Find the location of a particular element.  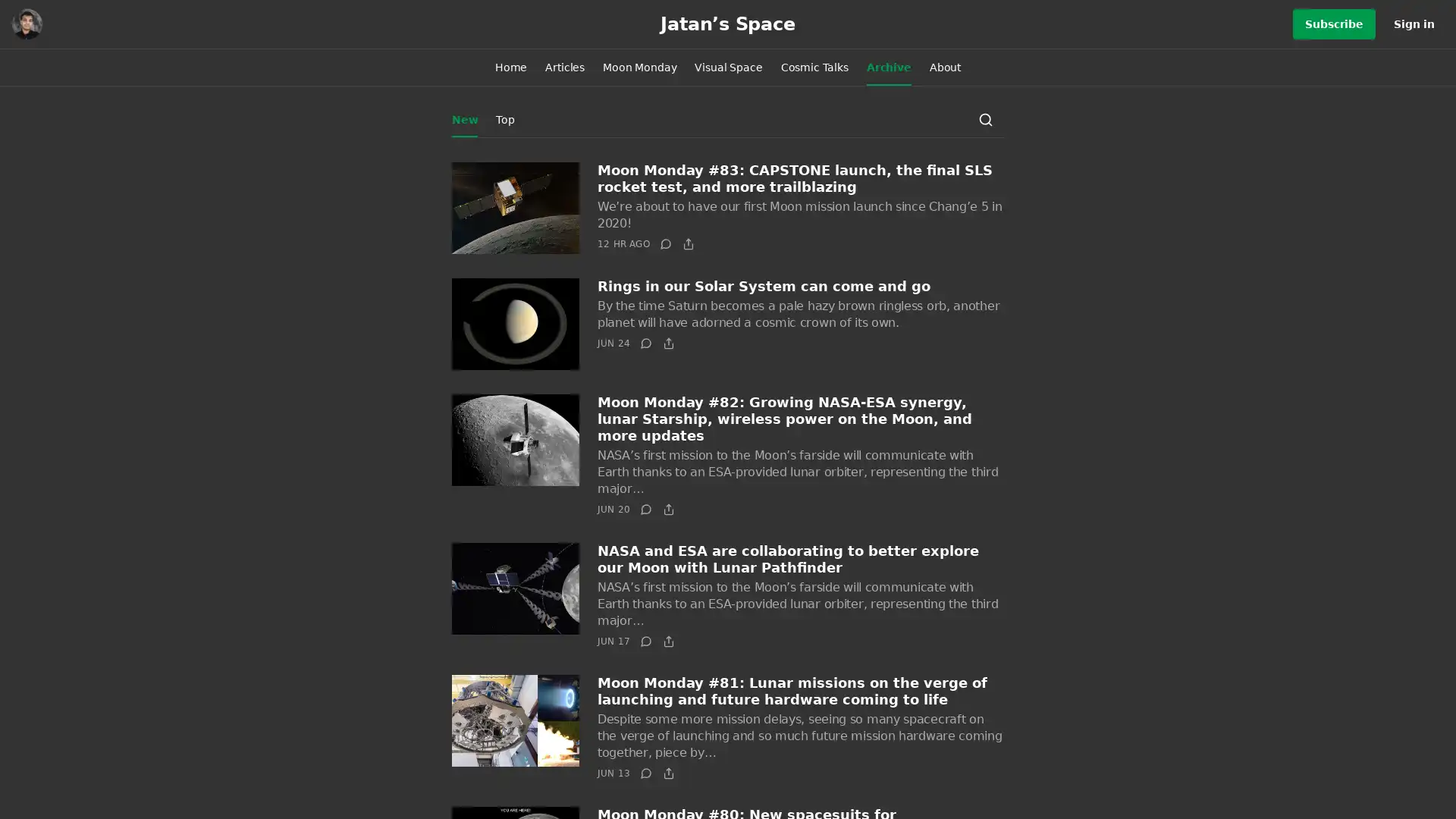

About is located at coordinates (944, 66).